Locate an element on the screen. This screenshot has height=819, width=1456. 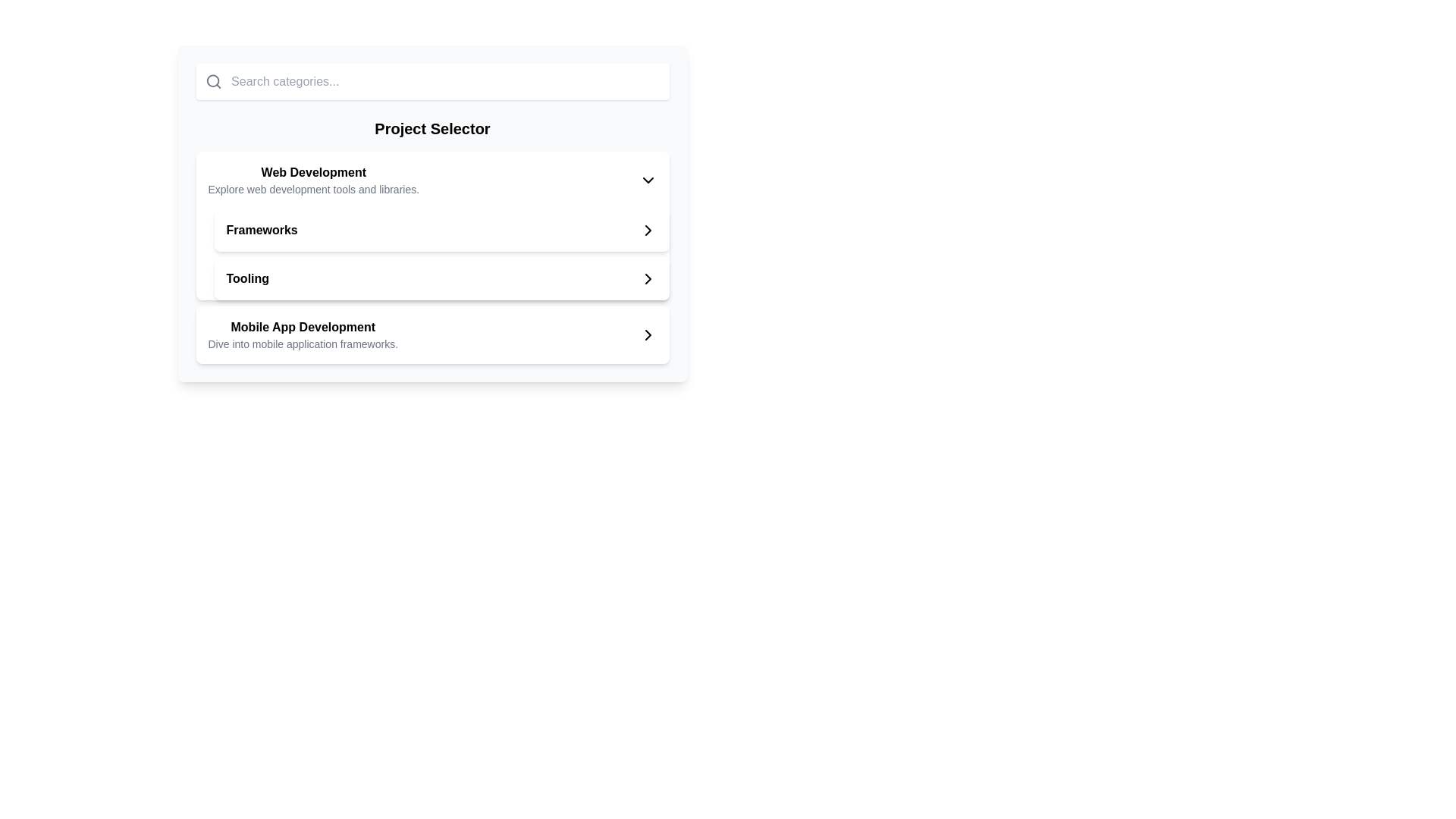
the Chevron icon next to the 'Frameworks' label in the 'Project Selector' menu is located at coordinates (648, 231).